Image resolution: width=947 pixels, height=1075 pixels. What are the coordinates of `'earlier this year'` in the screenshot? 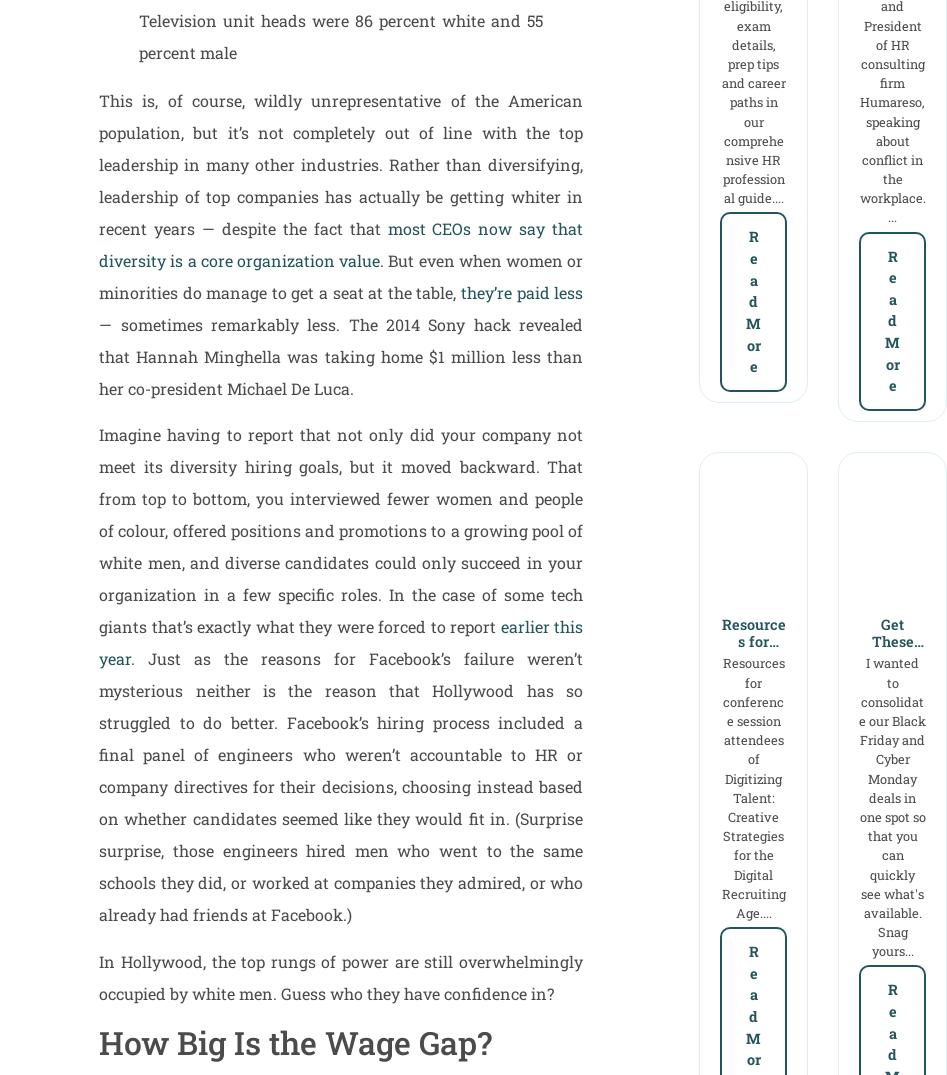 It's located at (340, 642).